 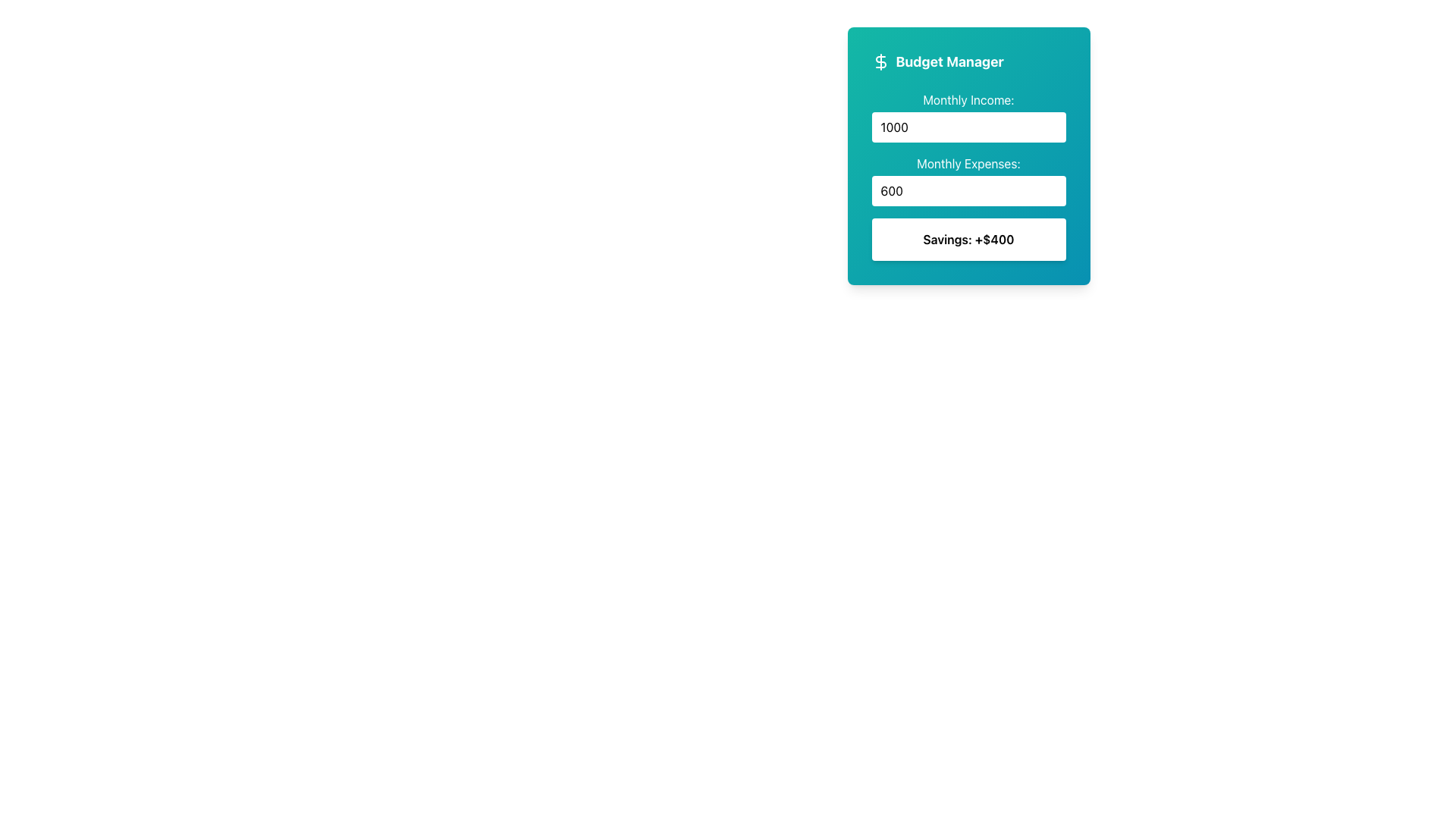 What do you see at coordinates (968, 99) in the screenshot?
I see `the static text label displaying 'Monthly Income:' which is styled in white text on a teal background, positioned at the top of the 'Budget Manager' card` at bounding box center [968, 99].